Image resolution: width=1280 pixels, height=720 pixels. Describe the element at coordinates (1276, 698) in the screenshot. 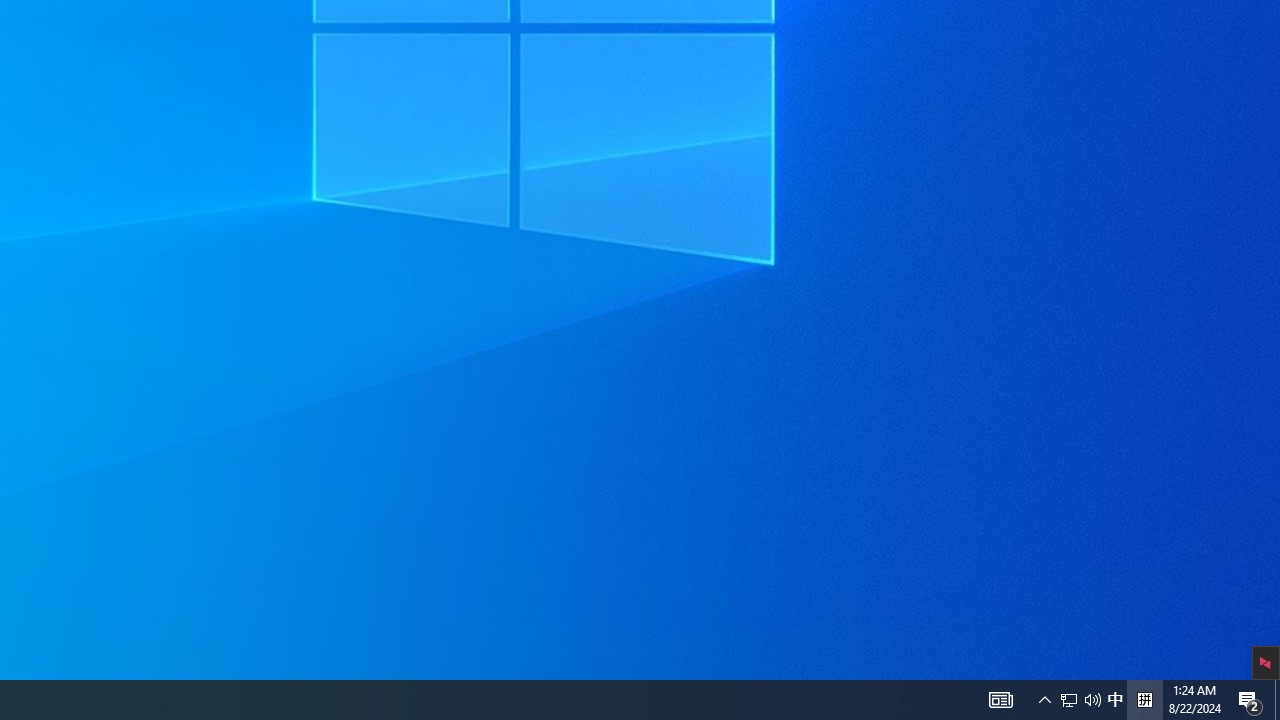

I see `'Show desktop'` at that location.